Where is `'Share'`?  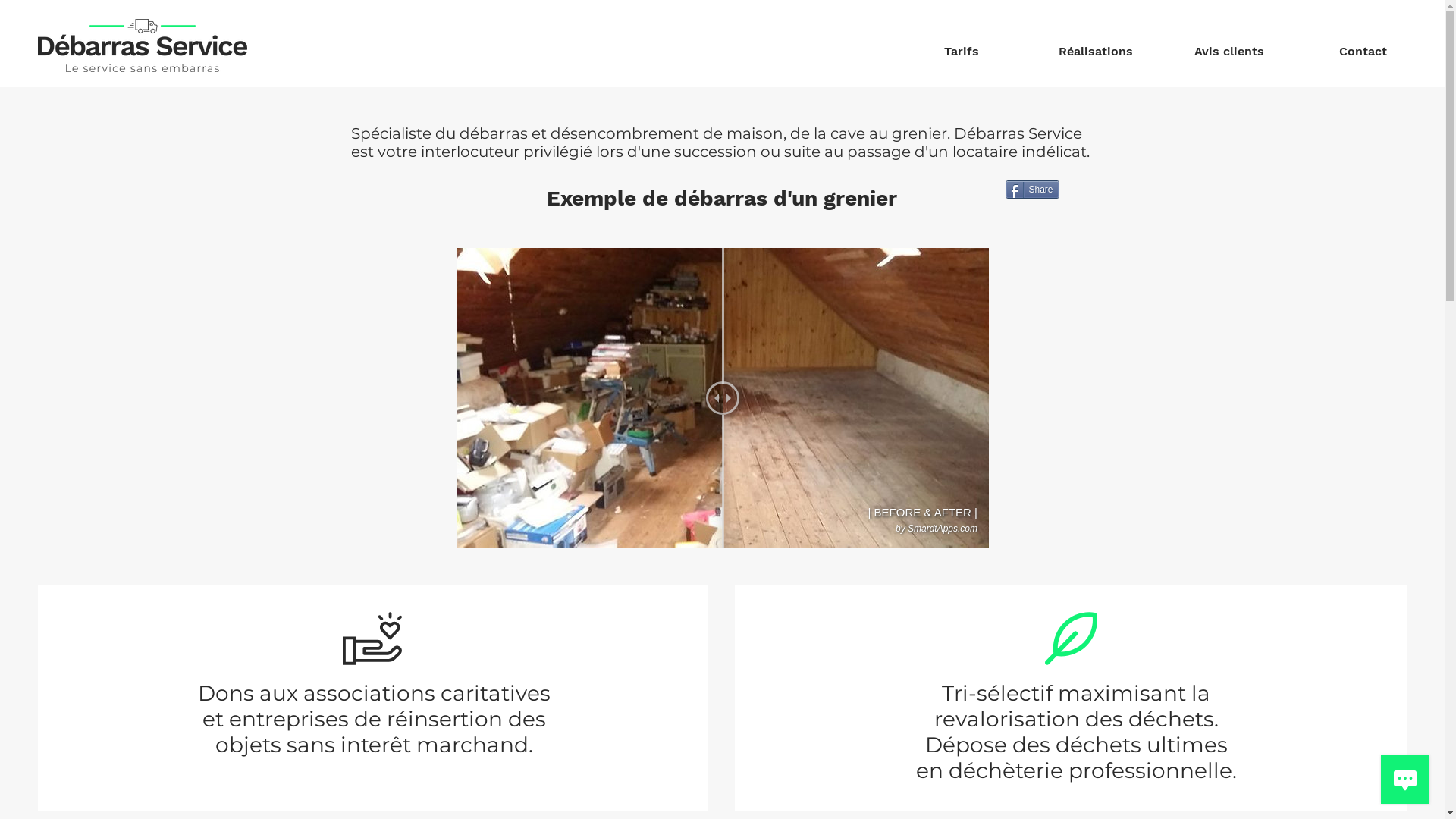 'Share' is located at coordinates (1005, 189).